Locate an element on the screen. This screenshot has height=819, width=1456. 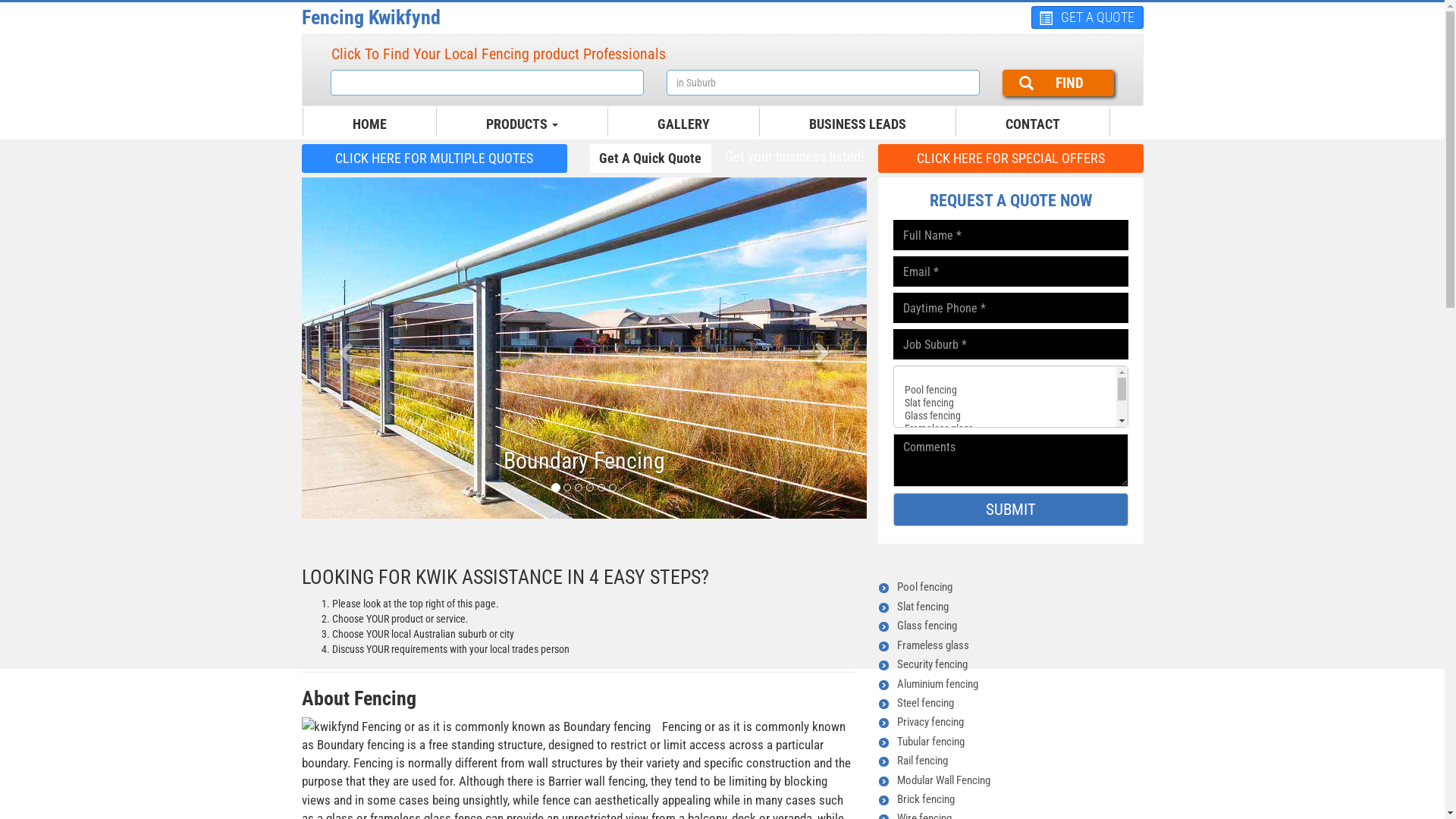
'FIND' is located at coordinates (1057, 83).